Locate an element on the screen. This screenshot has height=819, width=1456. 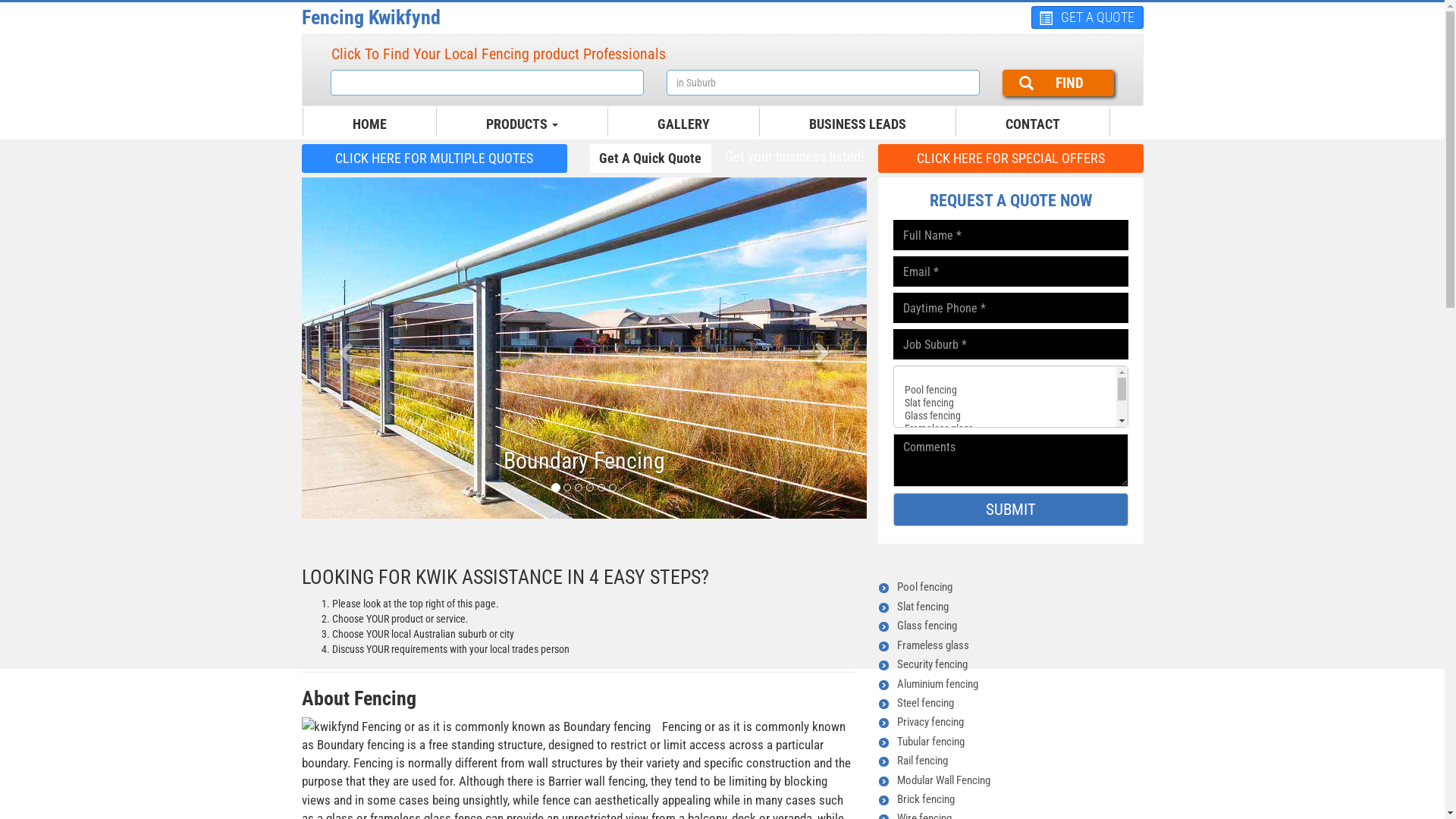
'FIND' is located at coordinates (1057, 83).